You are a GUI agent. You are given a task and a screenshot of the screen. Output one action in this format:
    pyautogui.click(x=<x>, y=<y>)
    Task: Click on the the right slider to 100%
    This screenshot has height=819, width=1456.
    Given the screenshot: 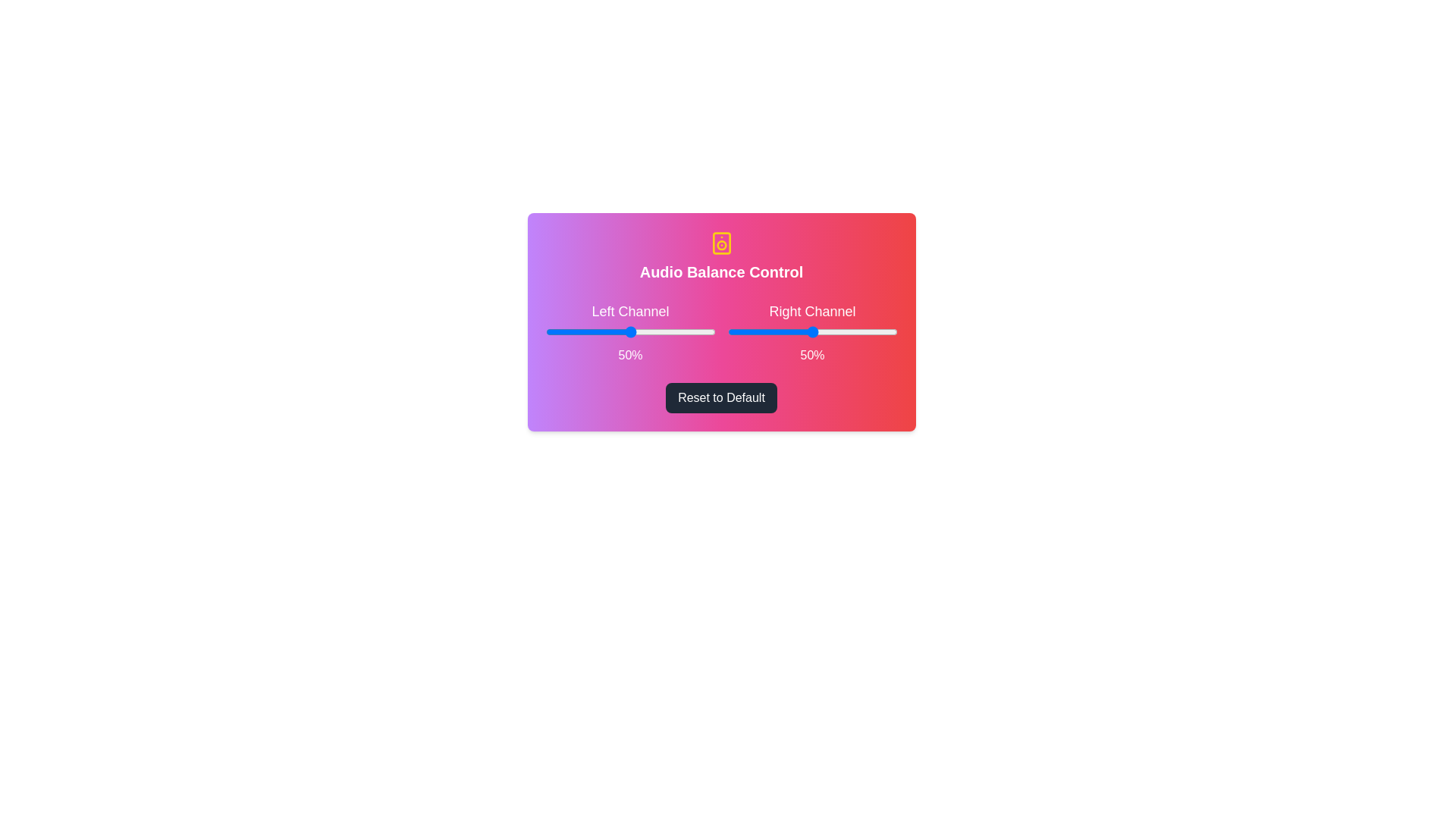 What is the action you would take?
    pyautogui.click(x=897, y=331)
    